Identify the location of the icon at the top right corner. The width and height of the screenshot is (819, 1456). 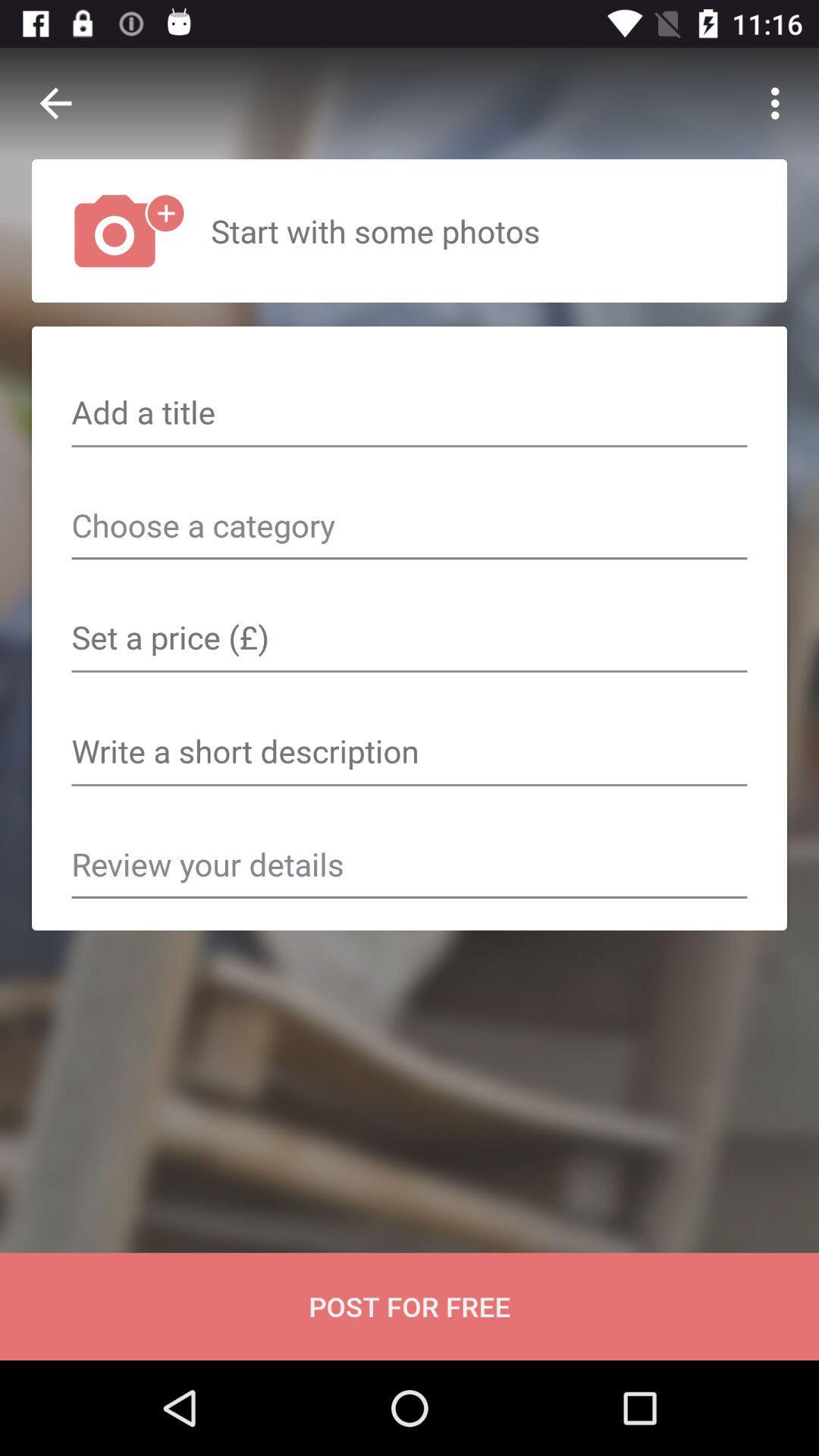
(779, 102).